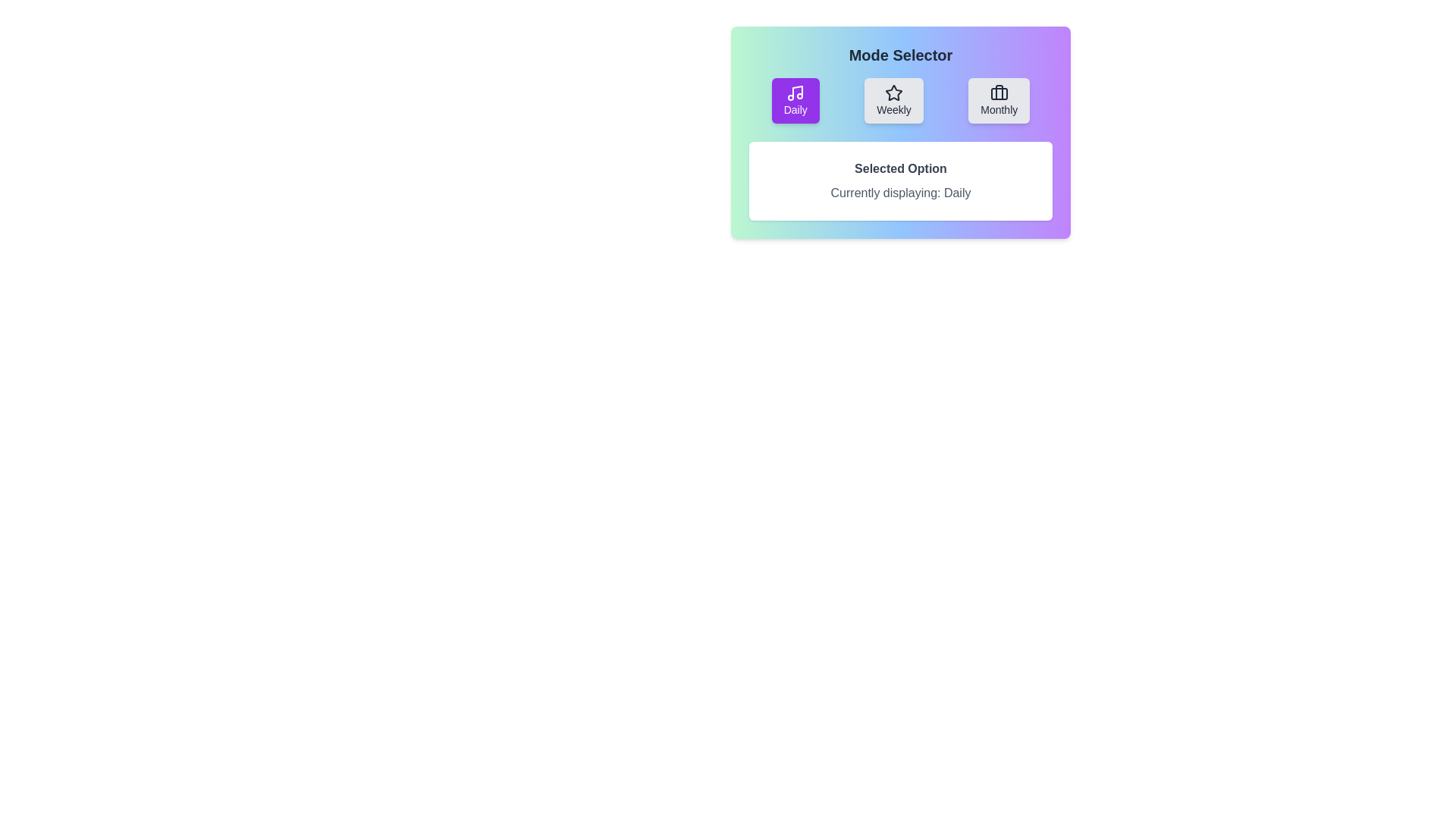 This screenshot has height=819, width=1456. I want to click on the briefcase icon located at the top-center of the 'Monthly' button, which is positioned within the mode selector, so click(999, 93).